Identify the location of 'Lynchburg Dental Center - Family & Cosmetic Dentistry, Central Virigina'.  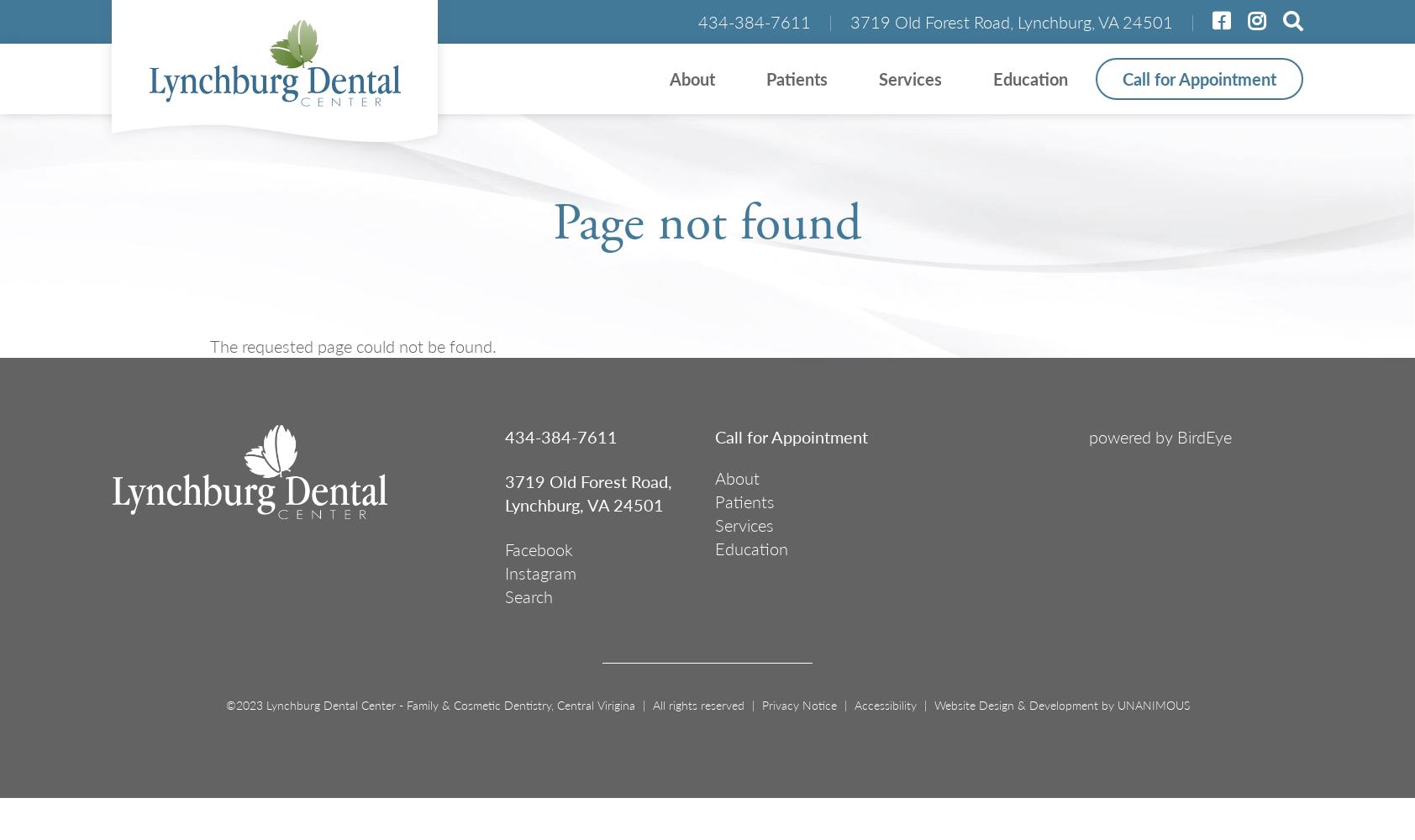
(262, 704).